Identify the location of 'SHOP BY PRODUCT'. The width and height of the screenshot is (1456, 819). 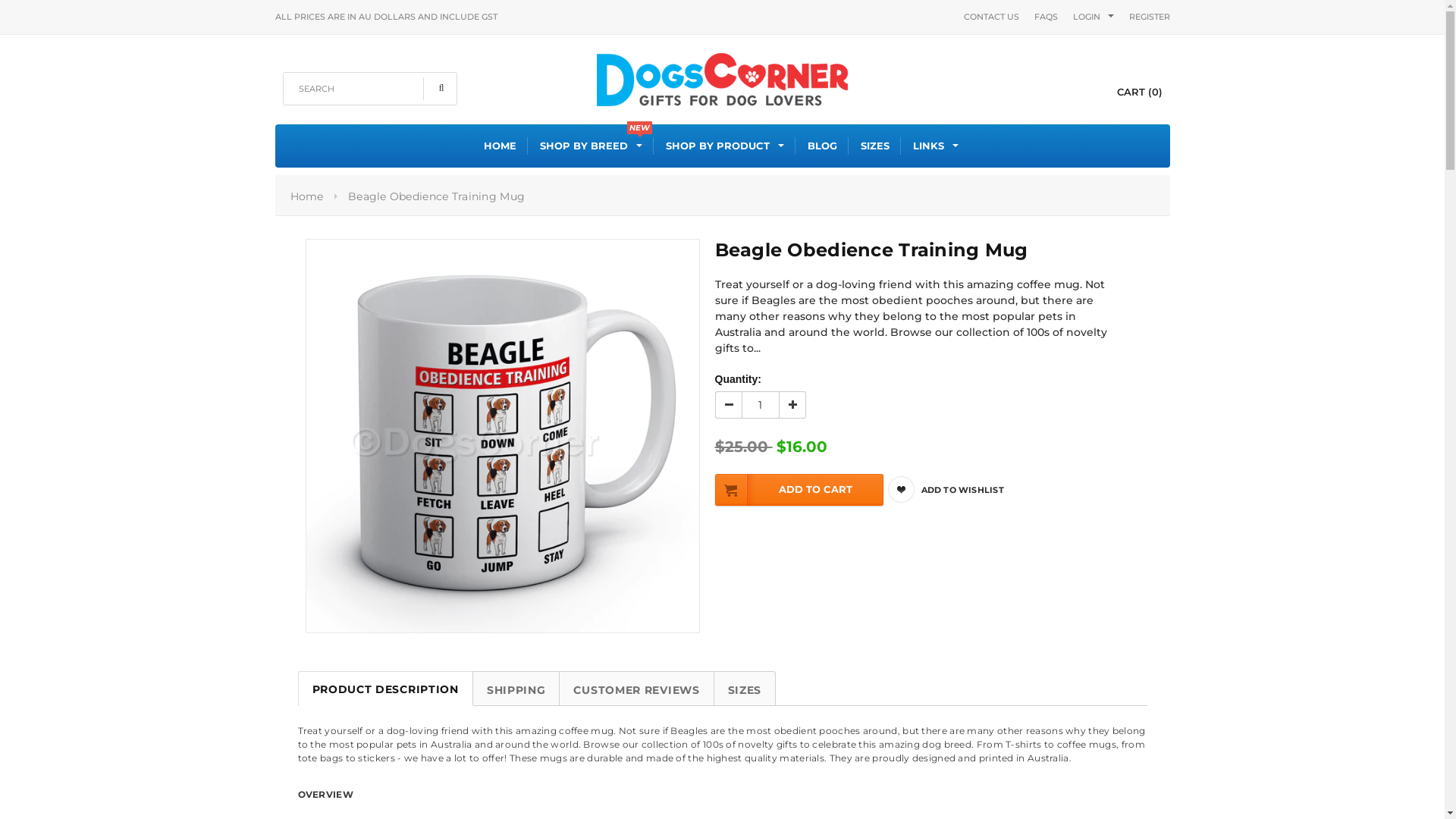
(666, 146).